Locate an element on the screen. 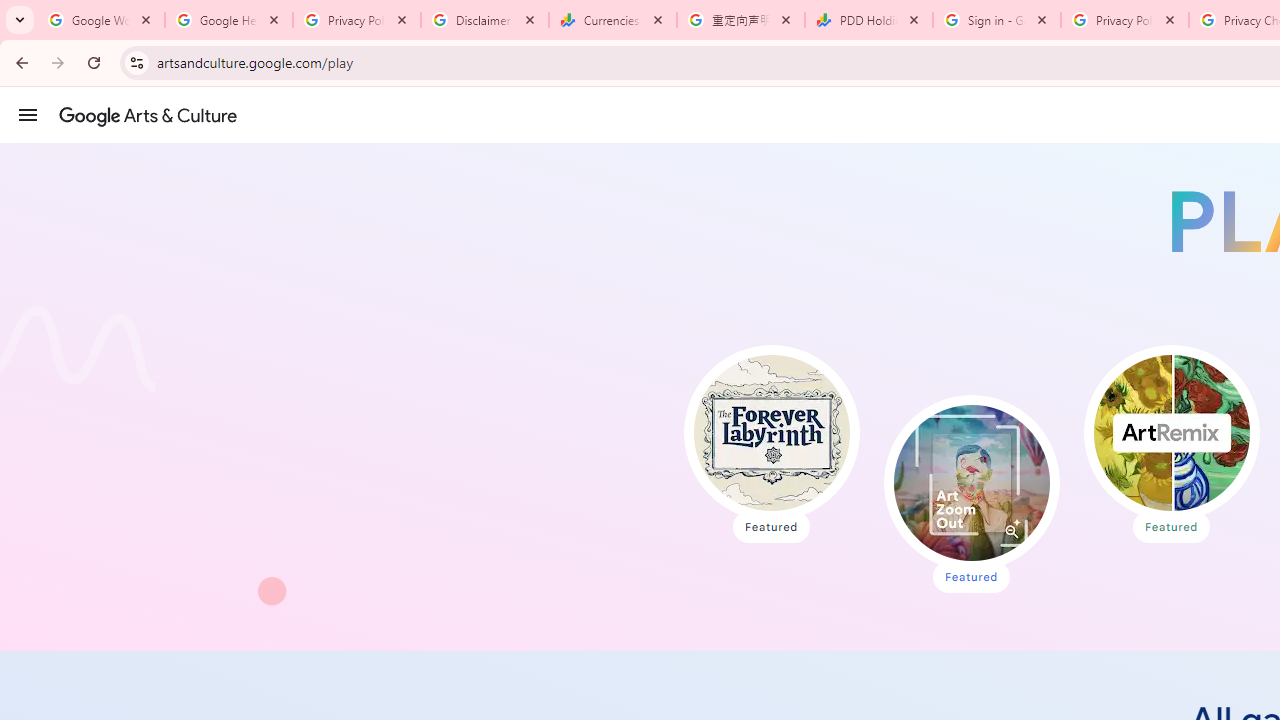 Image resolution: width=1280 pixels, height=720 pixels. 'Google Workspace Admin Community' is located at coordinates (100, 20).